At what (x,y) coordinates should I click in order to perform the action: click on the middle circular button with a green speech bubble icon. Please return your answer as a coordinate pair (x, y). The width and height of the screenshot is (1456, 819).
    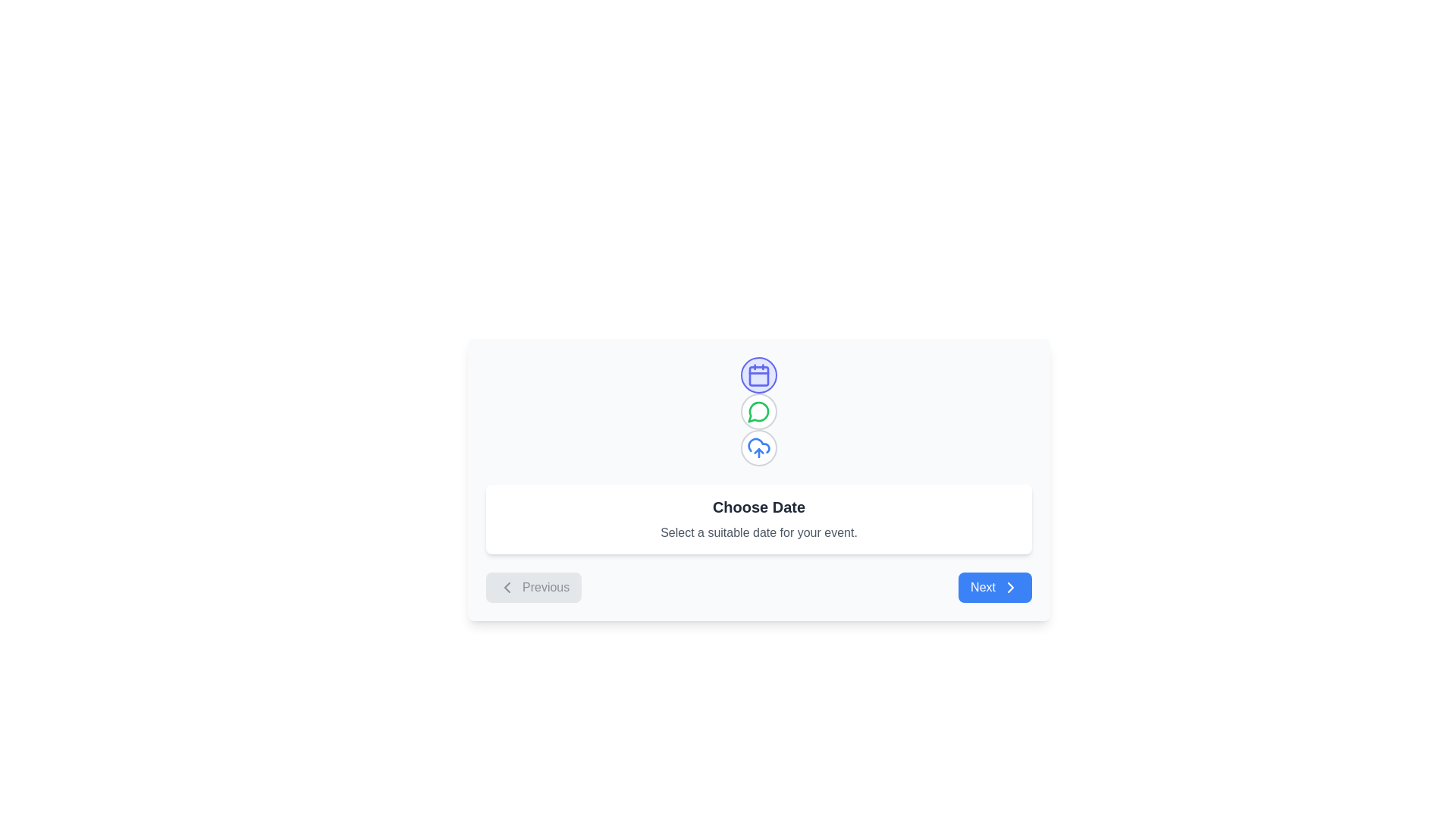
    Looking at the image, I should click on (759, 412).